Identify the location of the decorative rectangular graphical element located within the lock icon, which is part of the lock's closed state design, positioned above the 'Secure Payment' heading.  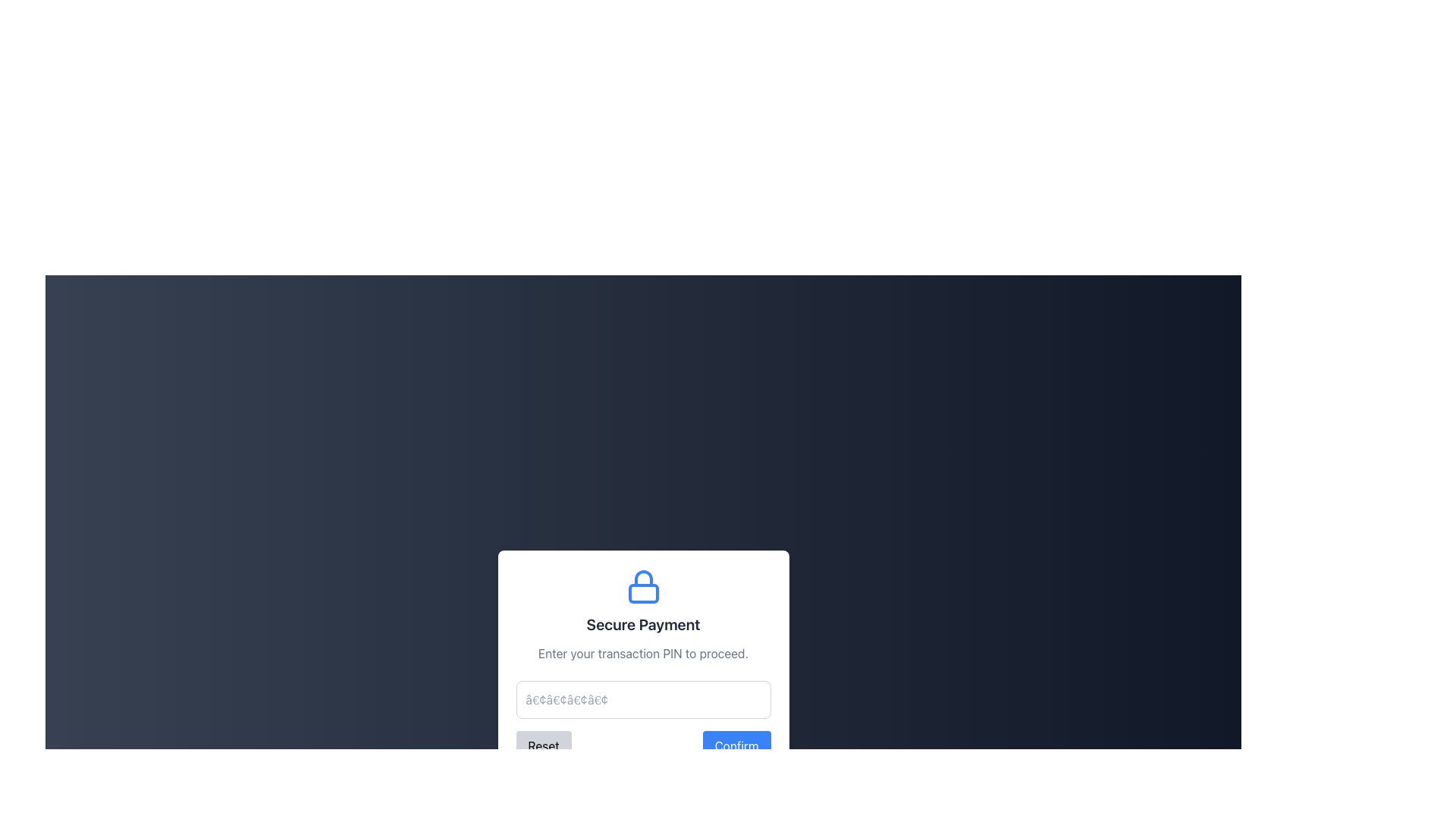
(643, 593).